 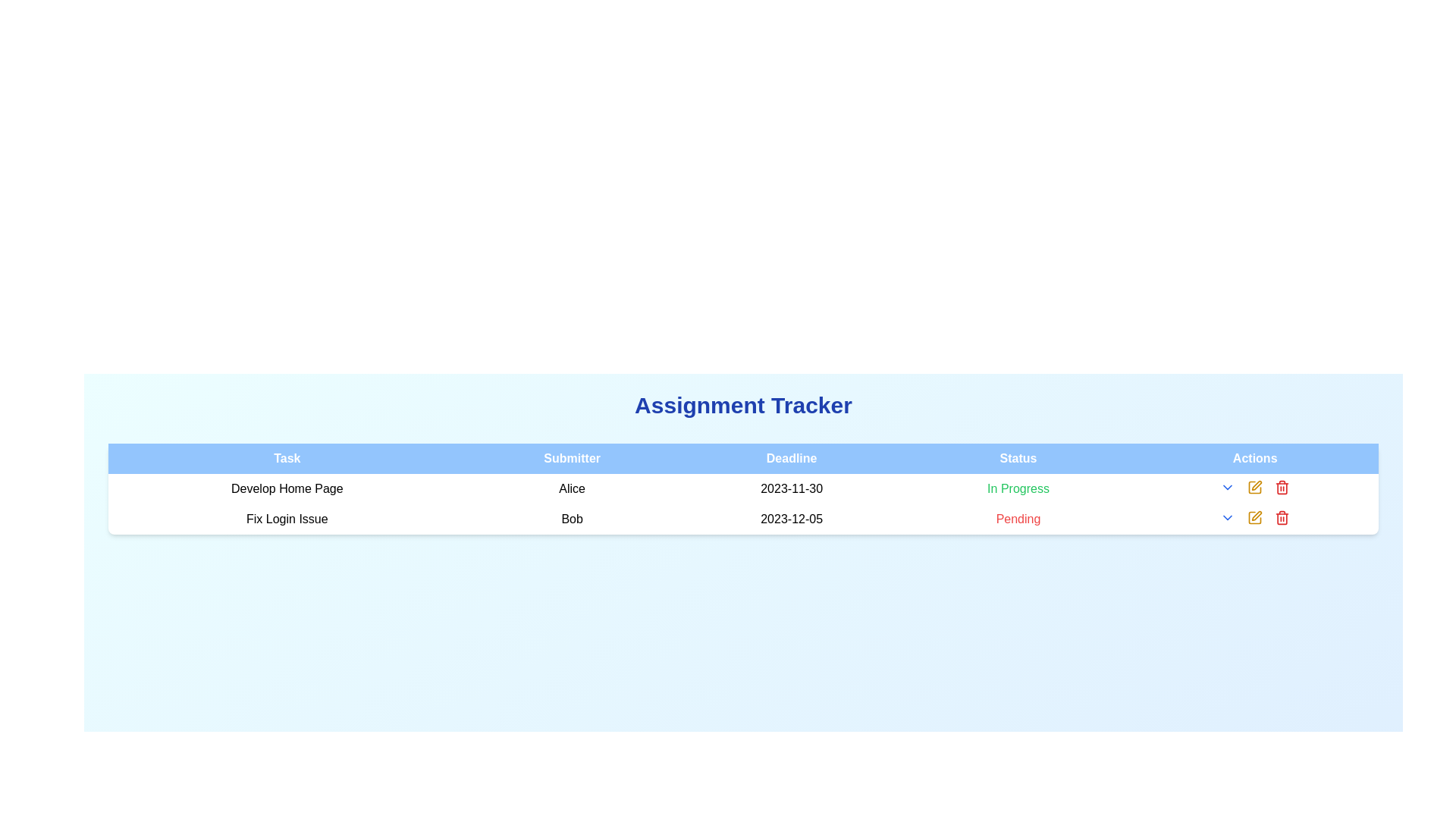 What do you see at coordinates (791, 458) in the screenshot?
I see `the 'Deadline' column header text label, which is the third column header in the table, positioned between 'Submitter' and 'Status'` at bounding box center [791, 458].